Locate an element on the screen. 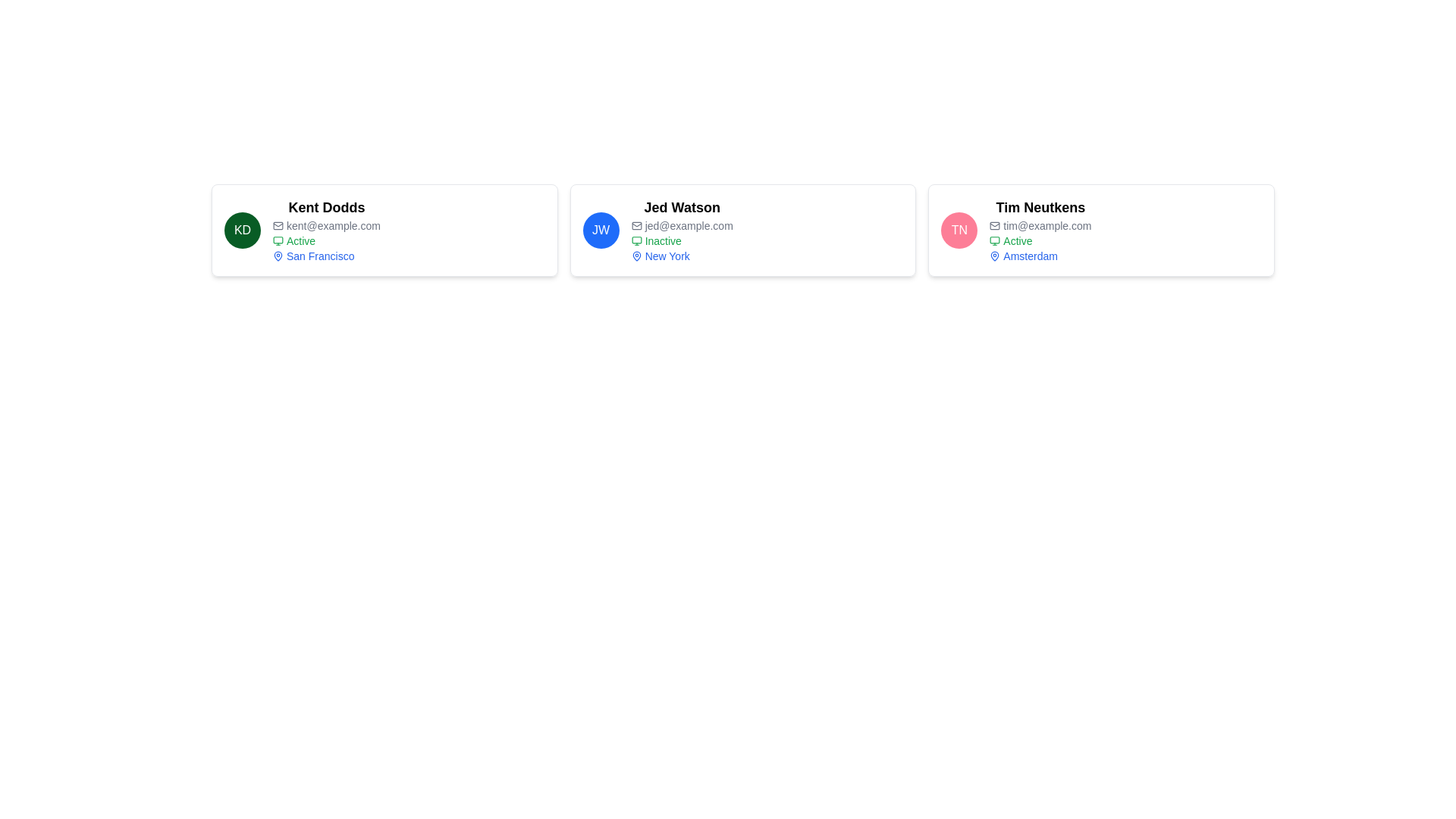 The height and width of the screenshot is (819, 1456). name 'Jed Watson' displayed in bold black font at the top of the second profile card is located at coordinates (681, 207).